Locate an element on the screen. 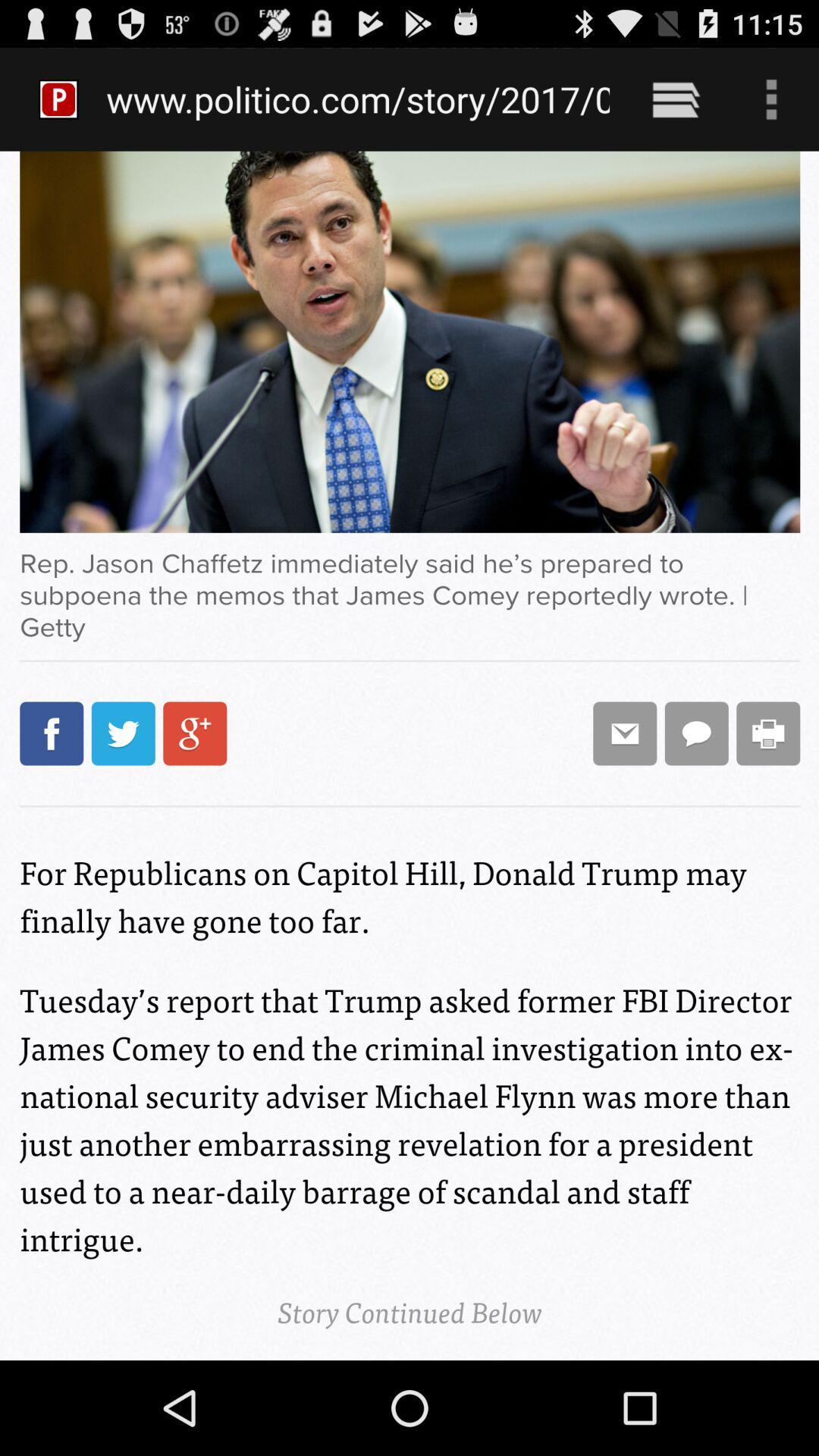 Image resolution: width=819 pixels, height=1456 pixels. the item to the right of www politico com item is located at coordinates (675, 99).